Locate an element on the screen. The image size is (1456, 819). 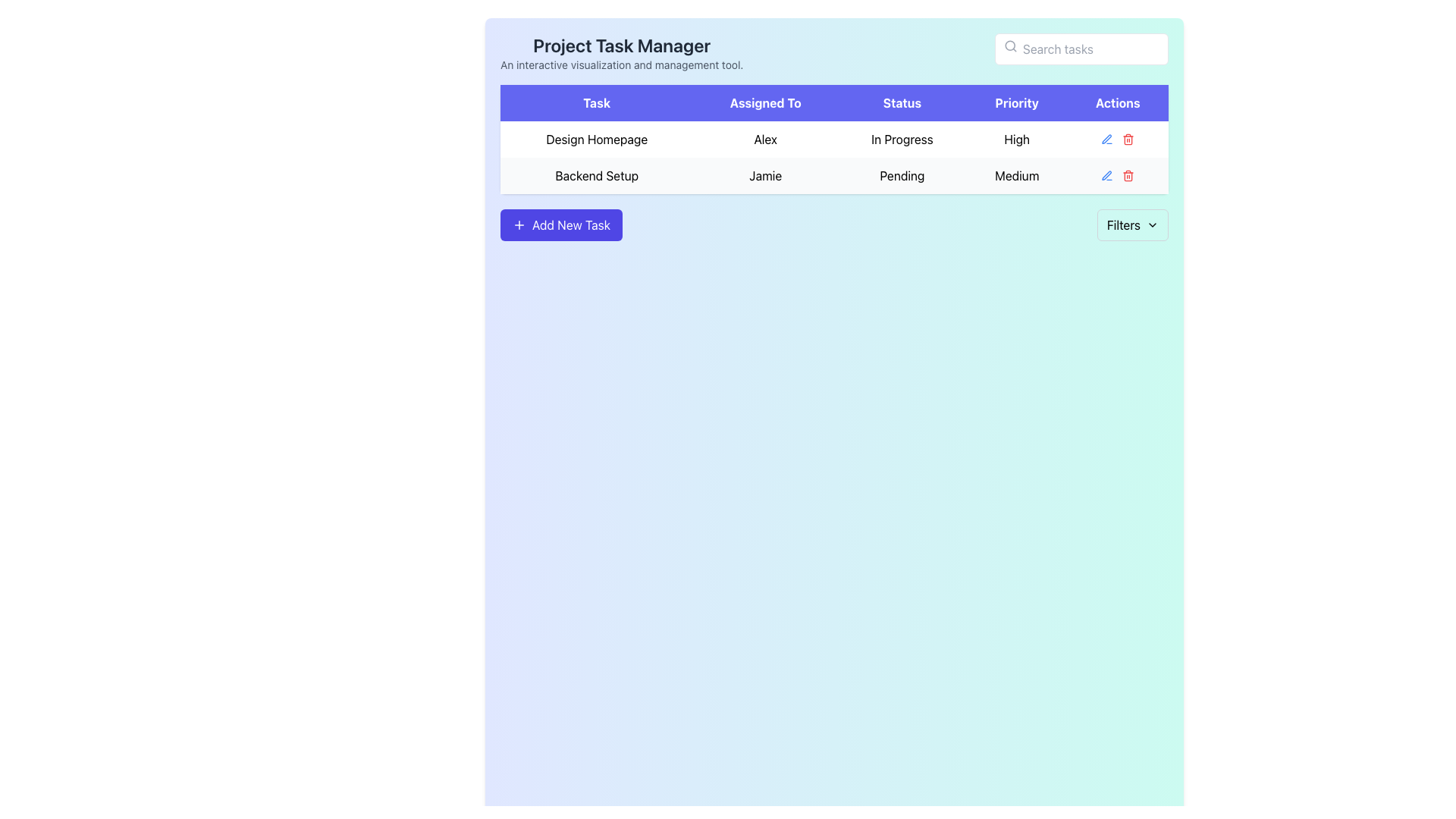
text content of the 'Assigned To' cell displaying the name 'Alex' in the table for the task 'Design Homepage' is located at coordinates (765, 140).